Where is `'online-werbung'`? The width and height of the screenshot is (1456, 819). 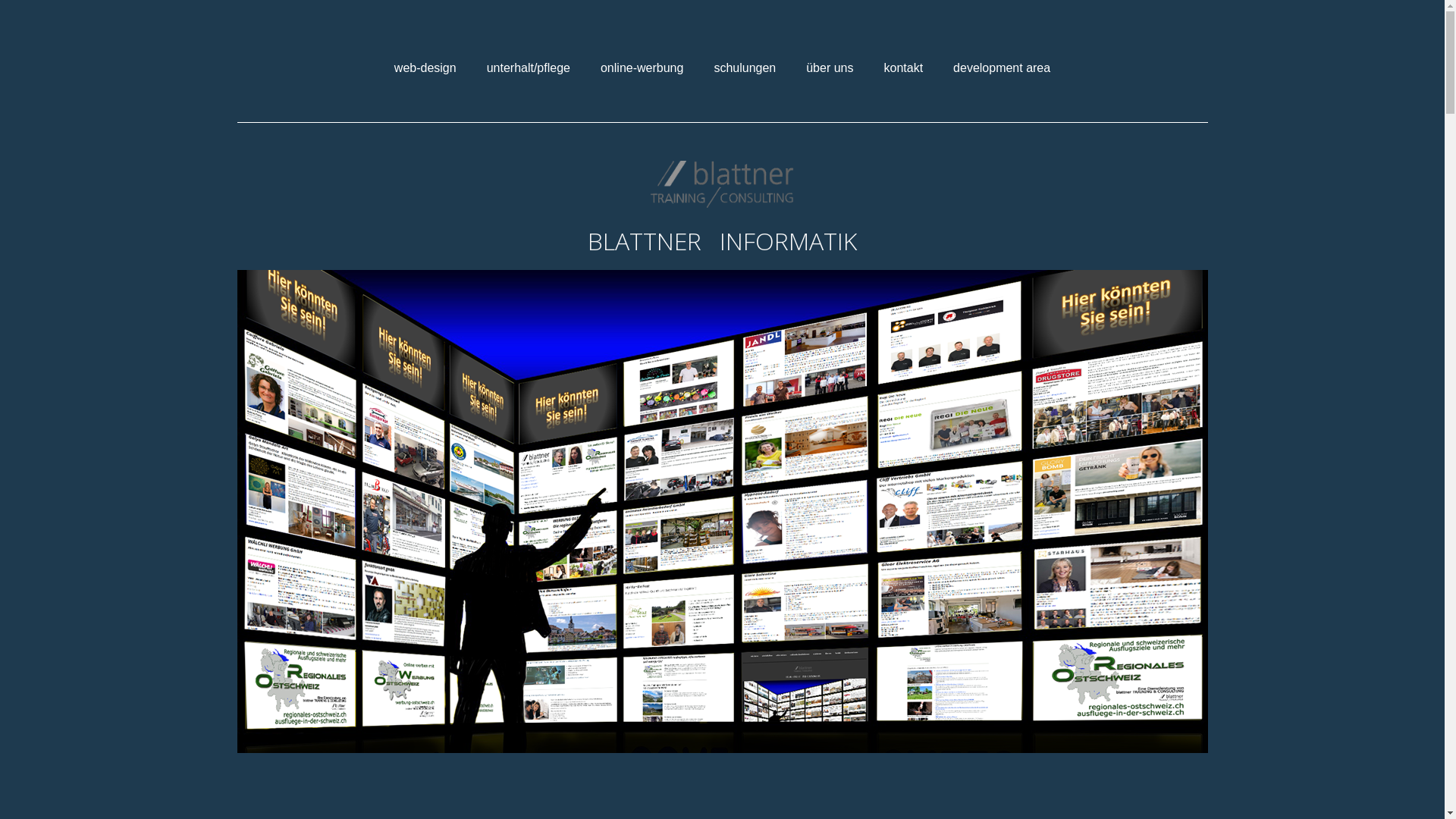 'online-werbung' is located at coordinates (588, 67).